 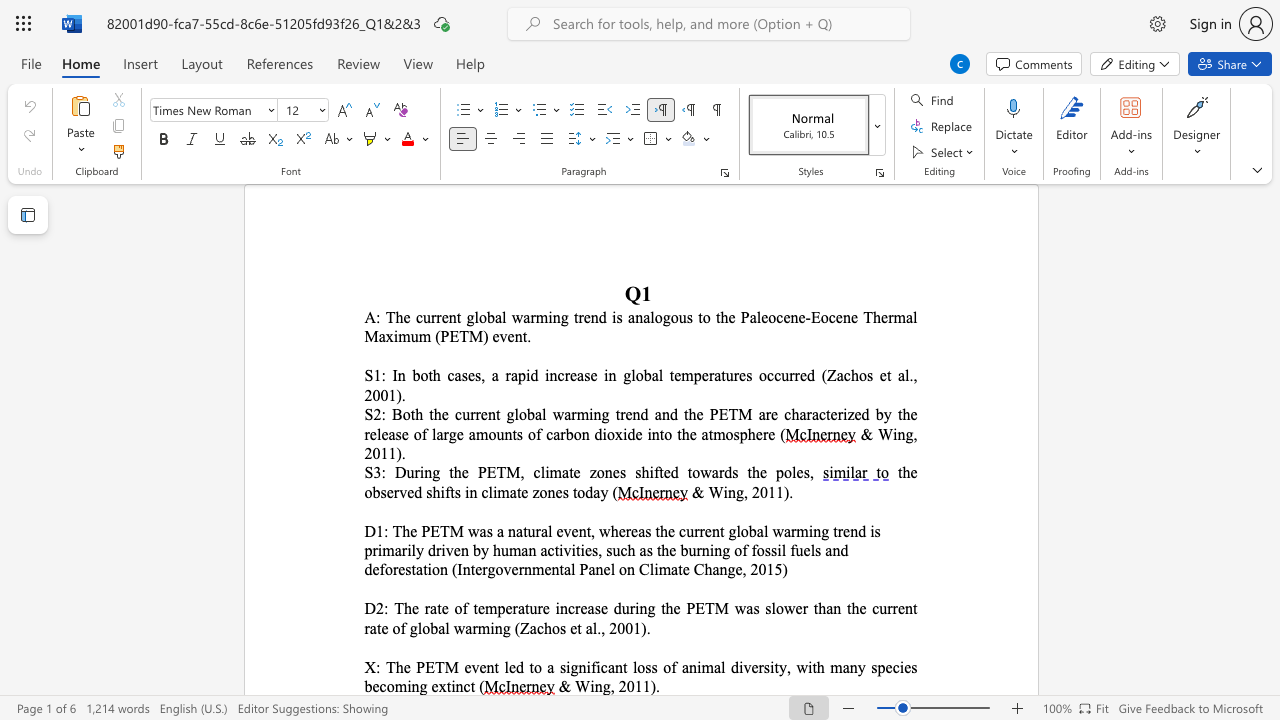 I want to click on the space between the continuous character "g" and "," in the text, so click(x=608, y=685).